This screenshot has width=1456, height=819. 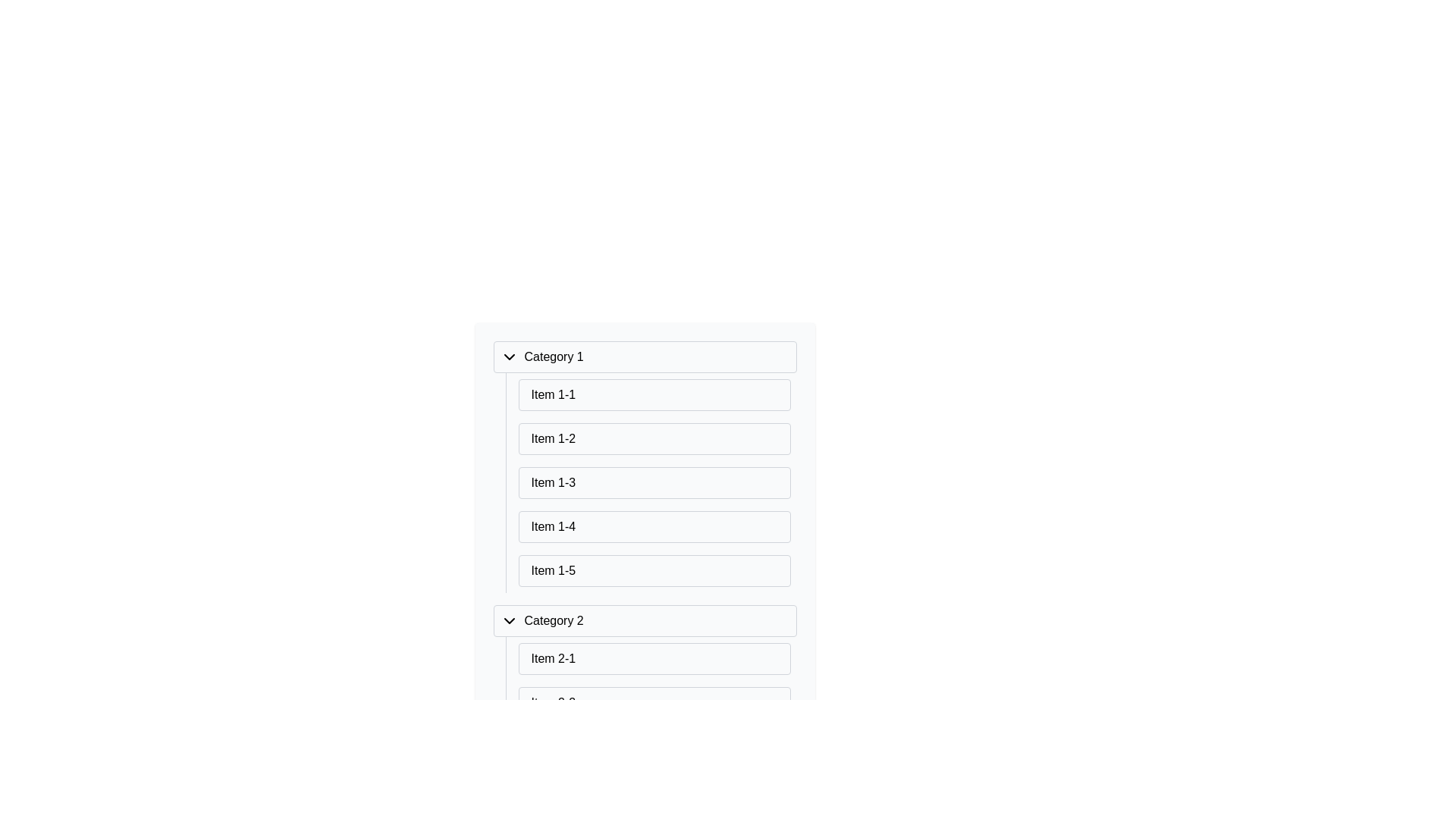 What do you see at coordinates (654, 438) in the screenshot?
I see `the second list item labeled 'Item 1-2' in the light-gray box under 'Category 1'` at bounding box center [654, 438].